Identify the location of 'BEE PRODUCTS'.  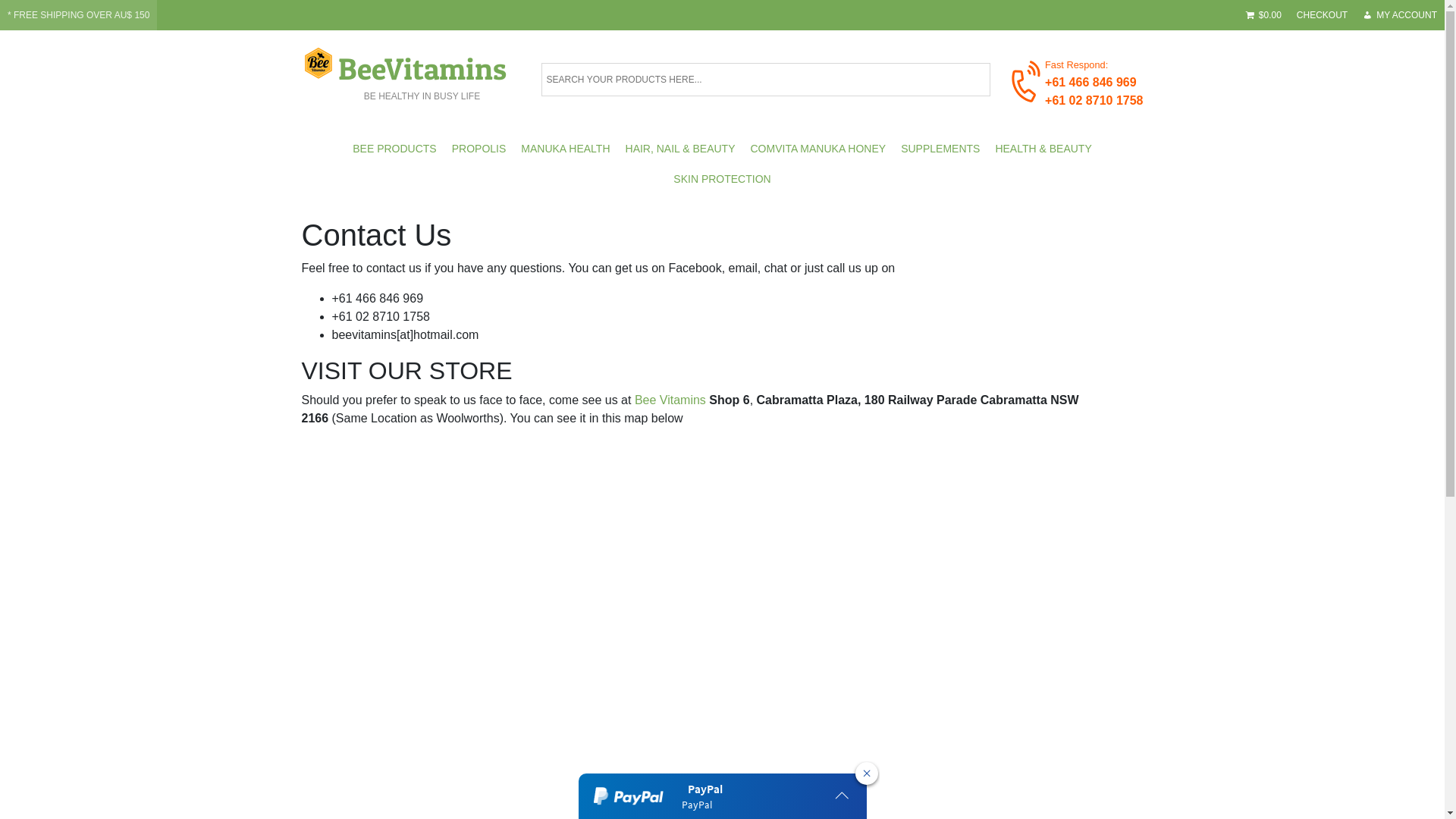
(394, 149).